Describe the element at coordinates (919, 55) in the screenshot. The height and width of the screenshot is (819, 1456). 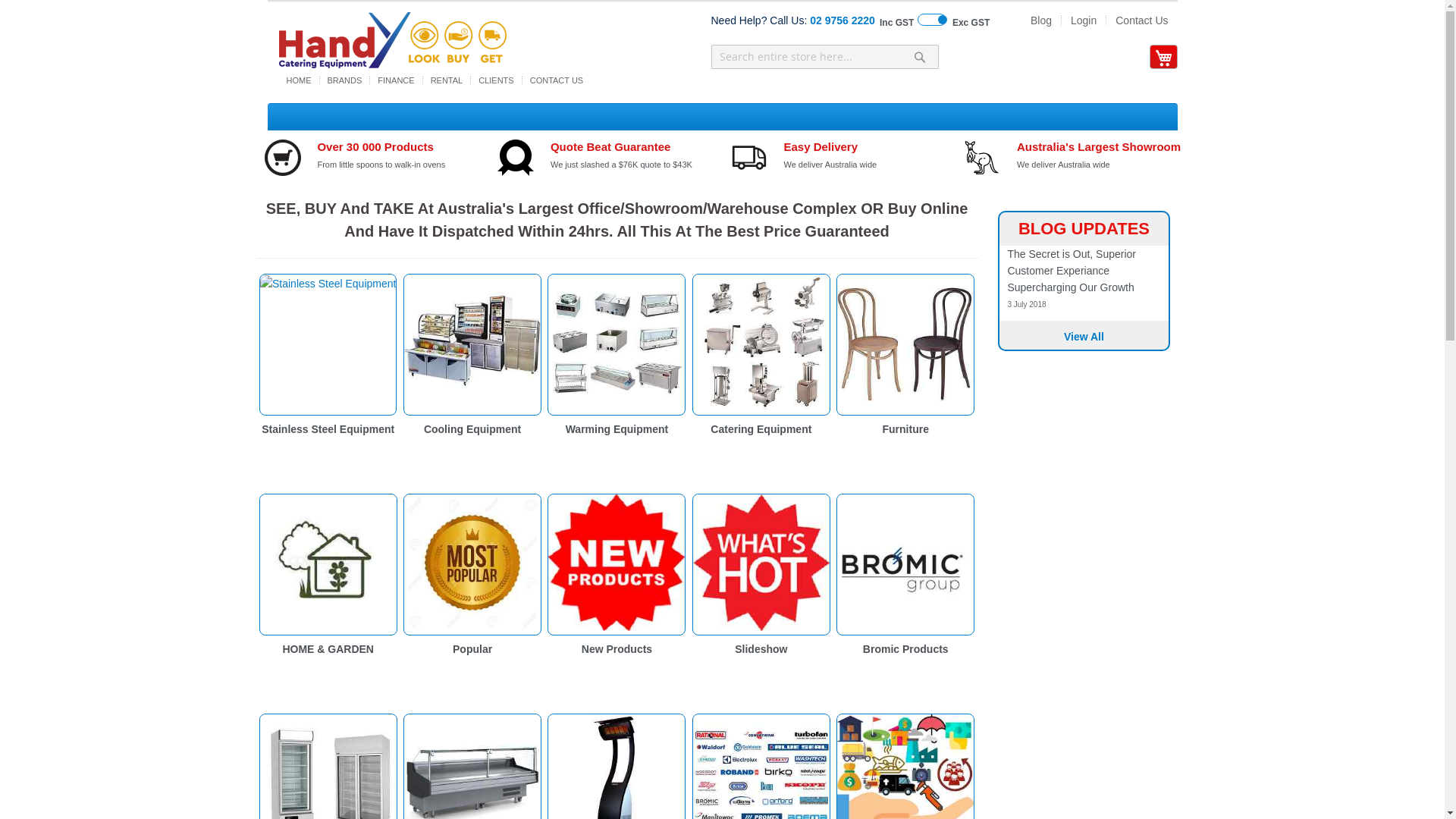
I see `'Search'` at that location.